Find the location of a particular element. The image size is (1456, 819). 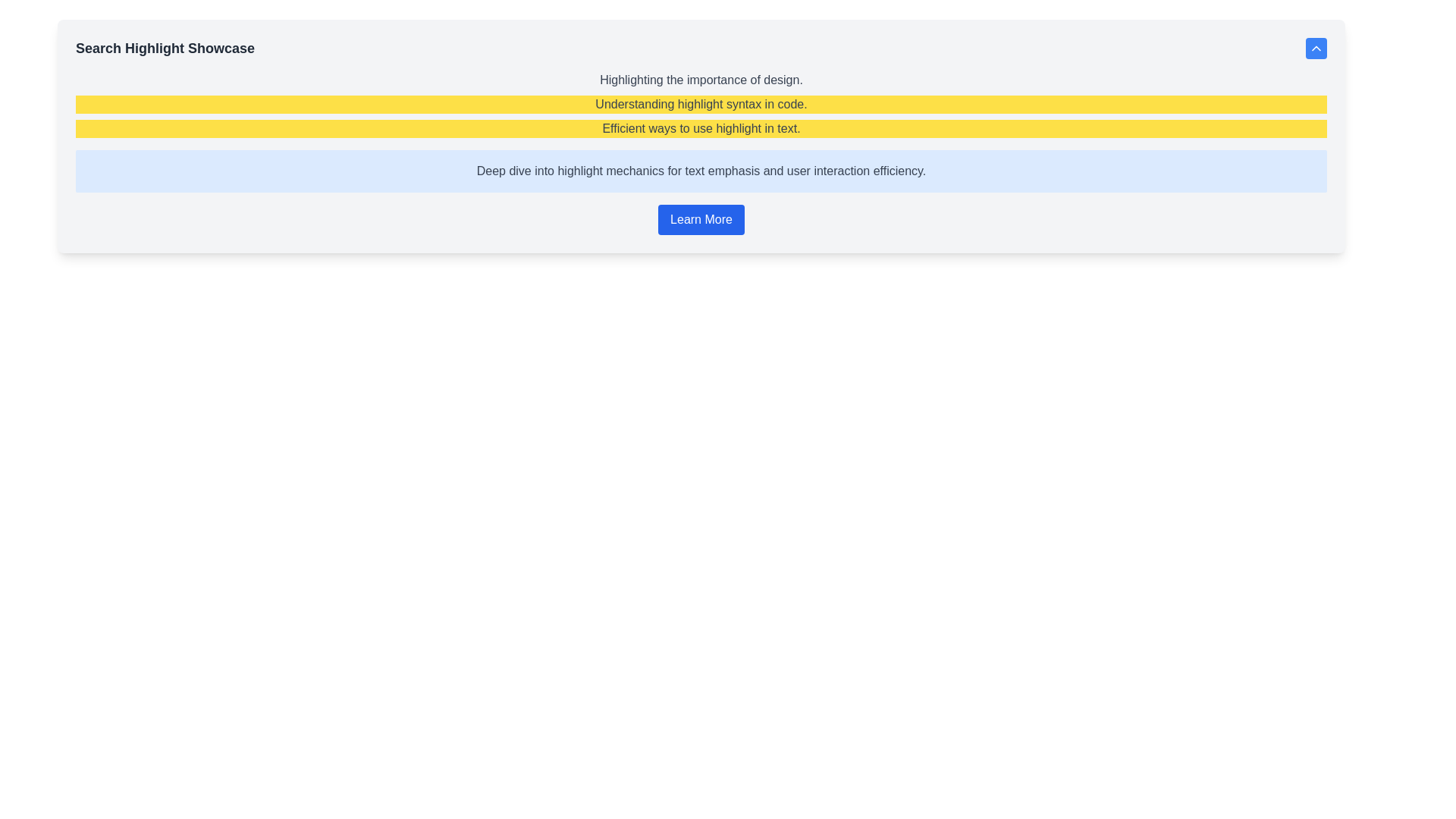

the Text Display element that serves as a title or header for the interface section, indicating the topic or purpose of the content below is located at coordinates (165, 48).